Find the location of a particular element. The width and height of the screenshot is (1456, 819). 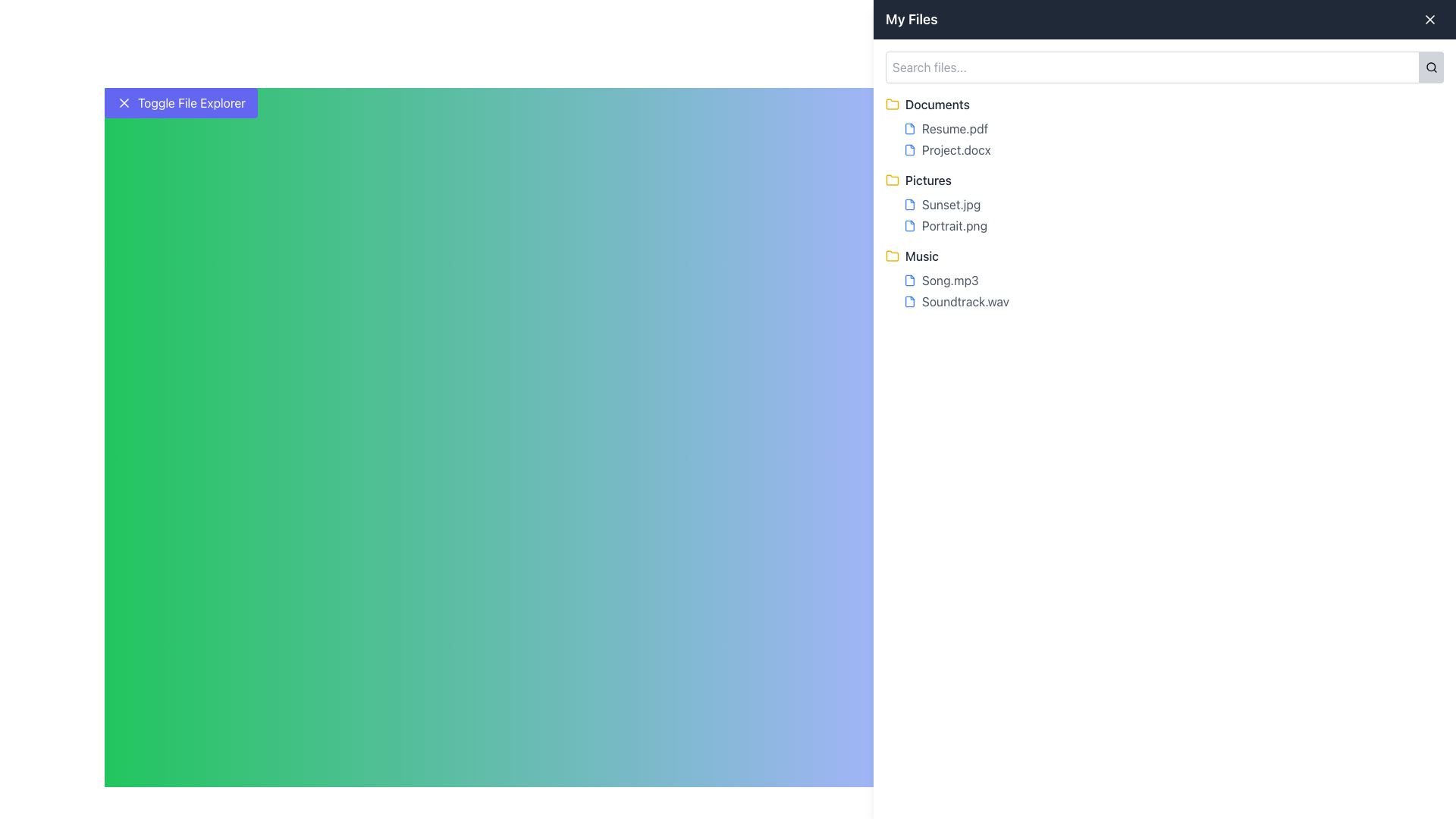

the 'Song.mp3' file entry in the Music folder is located at coordinates (1164, 291).